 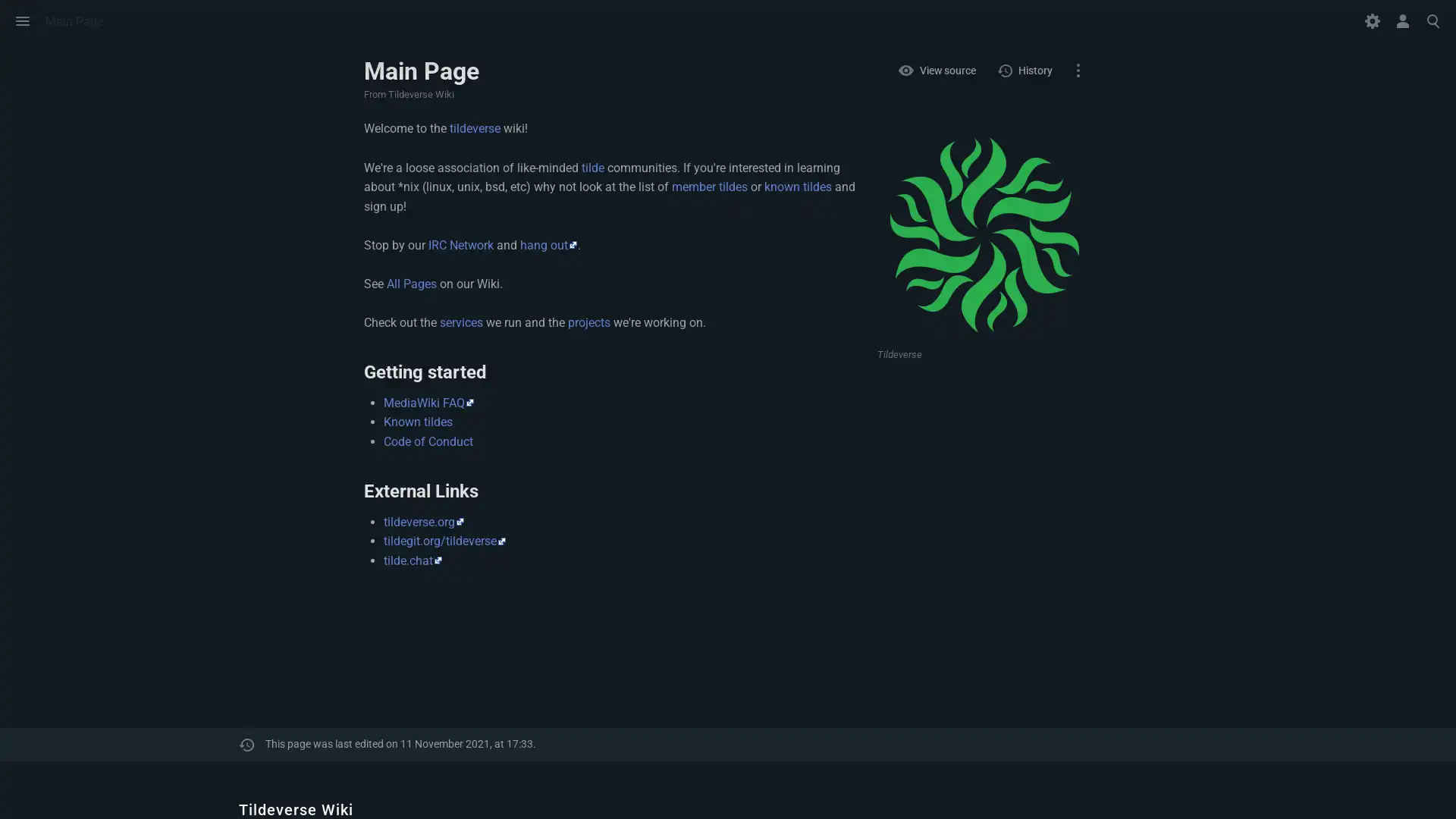 I want to click on Toggle personal menu, so click(x=1401, y=20).